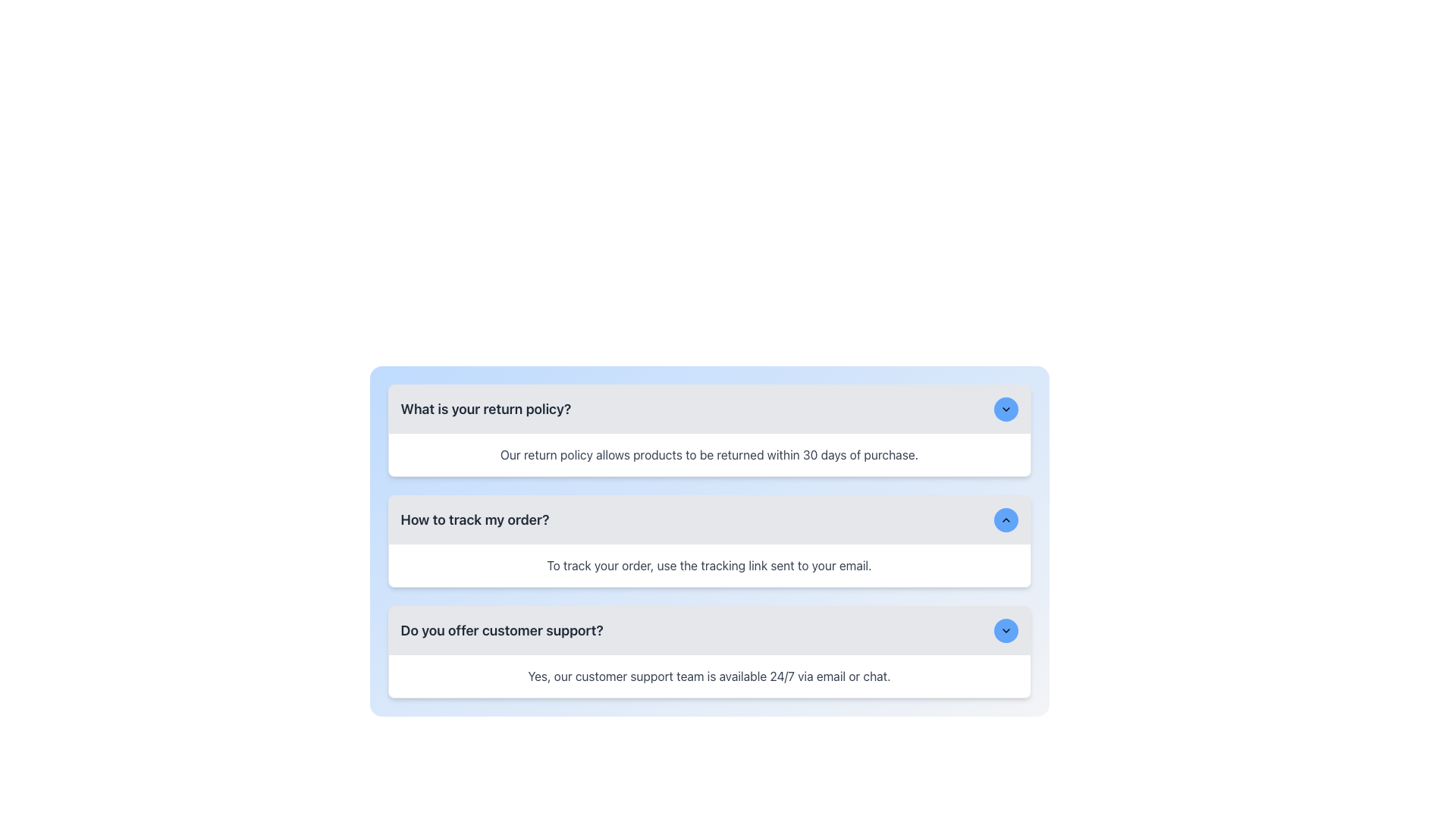 Image resolution: width=1456 pixels, height=819 pixels. What do you see at coordinates (1006, 519) in the screenshot?
I see `the upward-pointing chevron icon located inside the circular button on the right side of the second question-answer pair in the FAQ list` at bounding box center [1006, 519].